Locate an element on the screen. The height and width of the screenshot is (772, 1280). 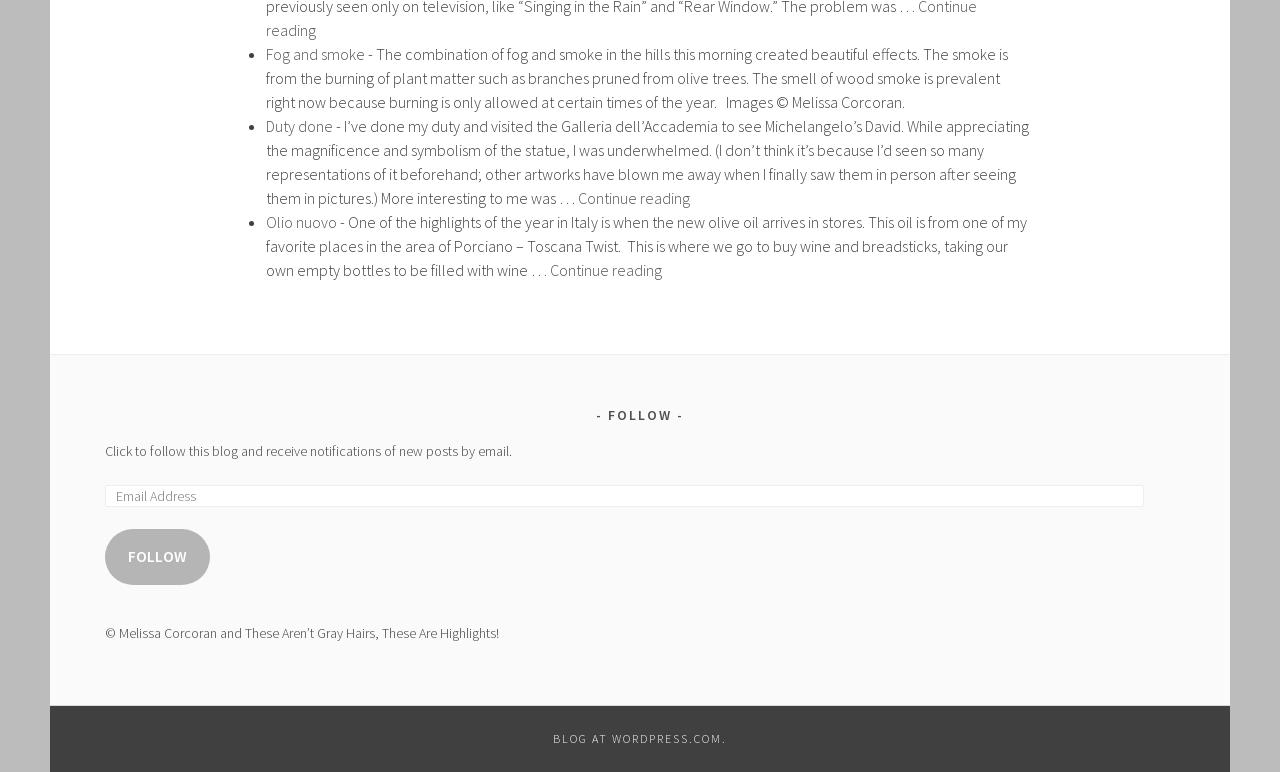
'I’ve done my duty and visited the Galleria dell’Accademia to see Michelangelo’s David. While appreciating the magnificence and symbolism of the statue, I was underwhelmed. (I don’t think it’s because I’d seen so many representations of it beforehand; other artworks have blown me away when I finally saw them in person after seeing them in pictures.) More interesting to me was …' is located at coordinates (647, 160).